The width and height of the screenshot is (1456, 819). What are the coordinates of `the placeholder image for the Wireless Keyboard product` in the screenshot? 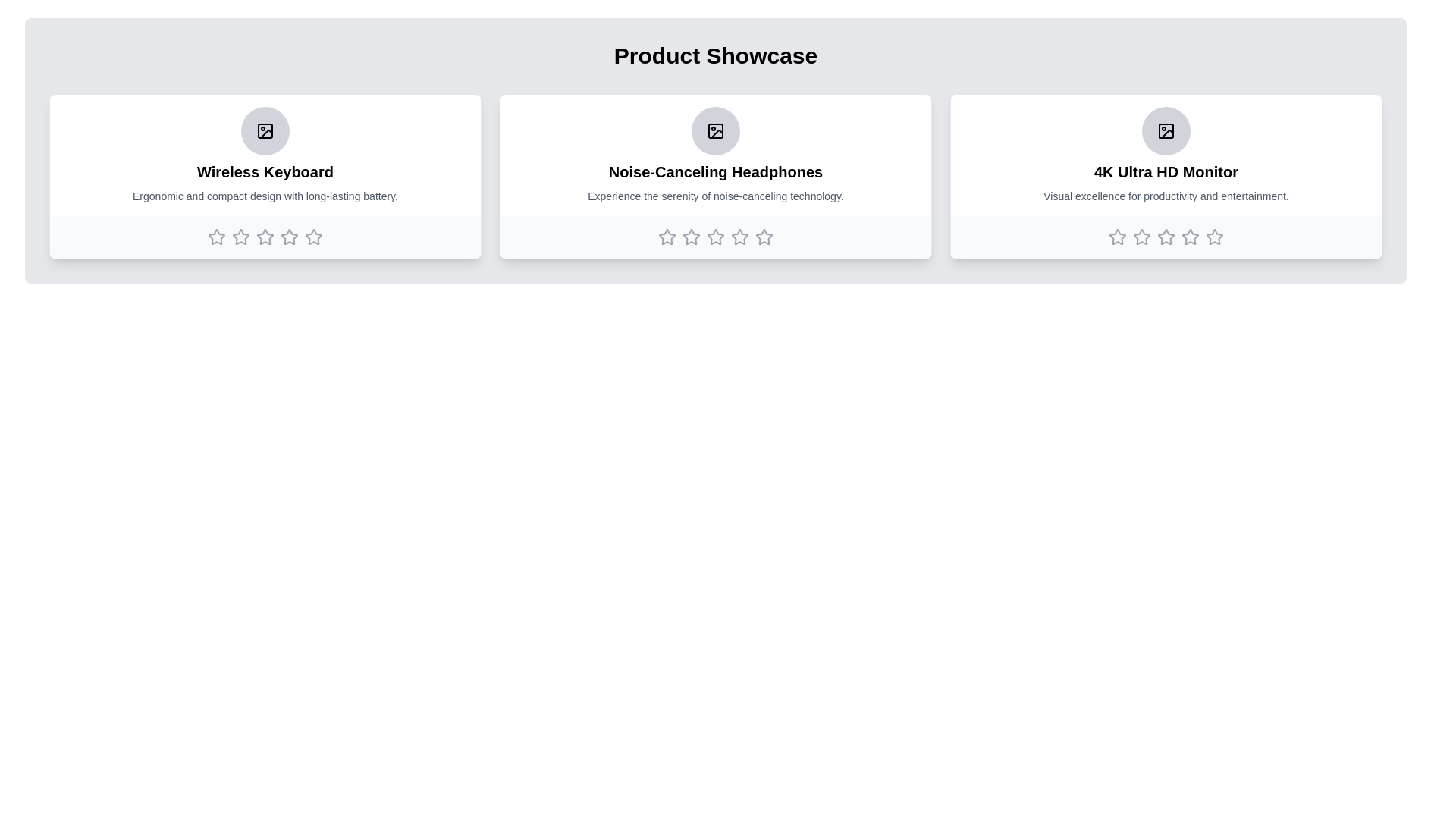 It's located at (265, 130).